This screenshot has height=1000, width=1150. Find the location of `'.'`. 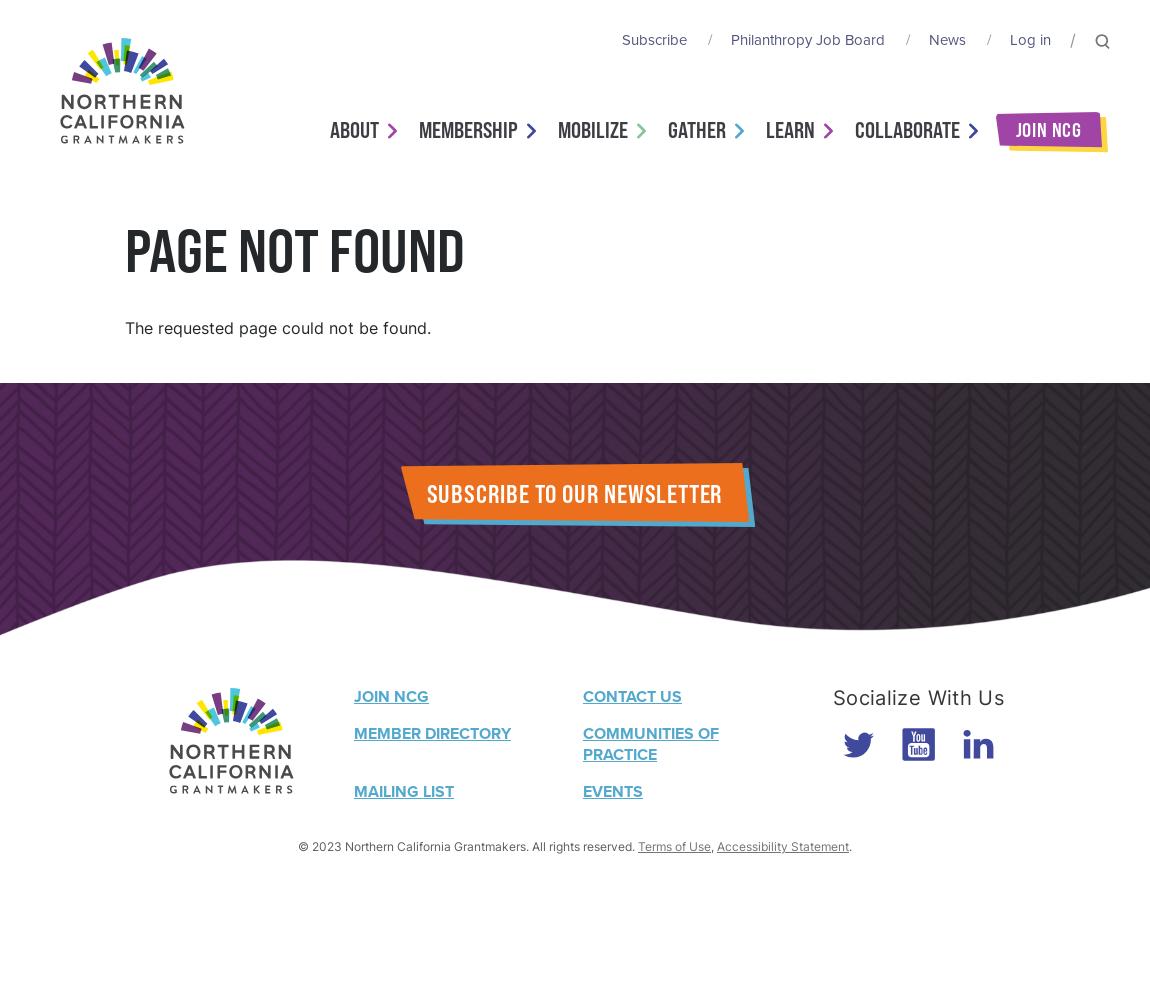

'.' is located at coordinates (849, 845).